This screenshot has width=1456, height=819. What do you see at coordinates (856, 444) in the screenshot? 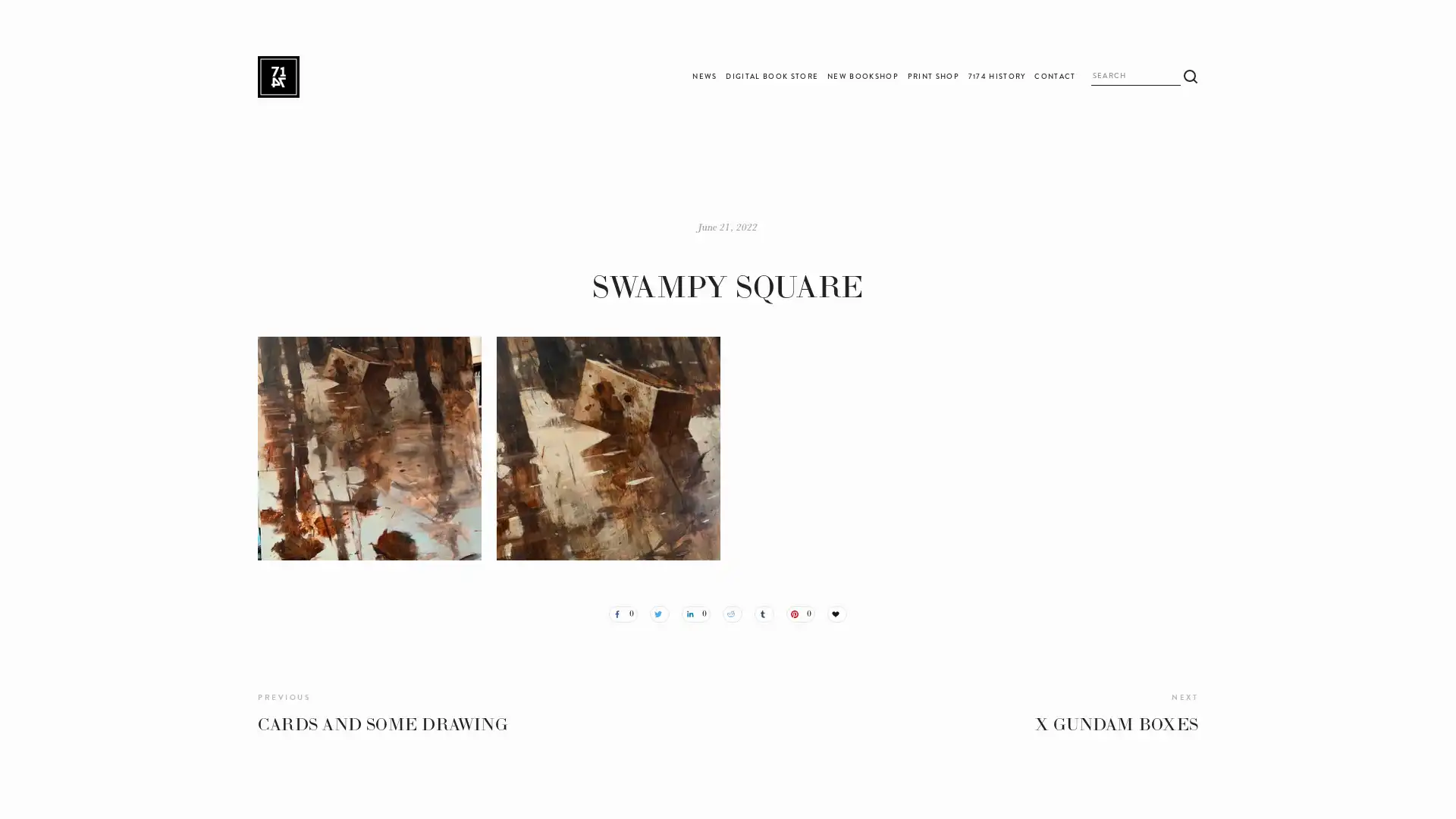
I see `Subscribe` at bounding box center [856, 444].